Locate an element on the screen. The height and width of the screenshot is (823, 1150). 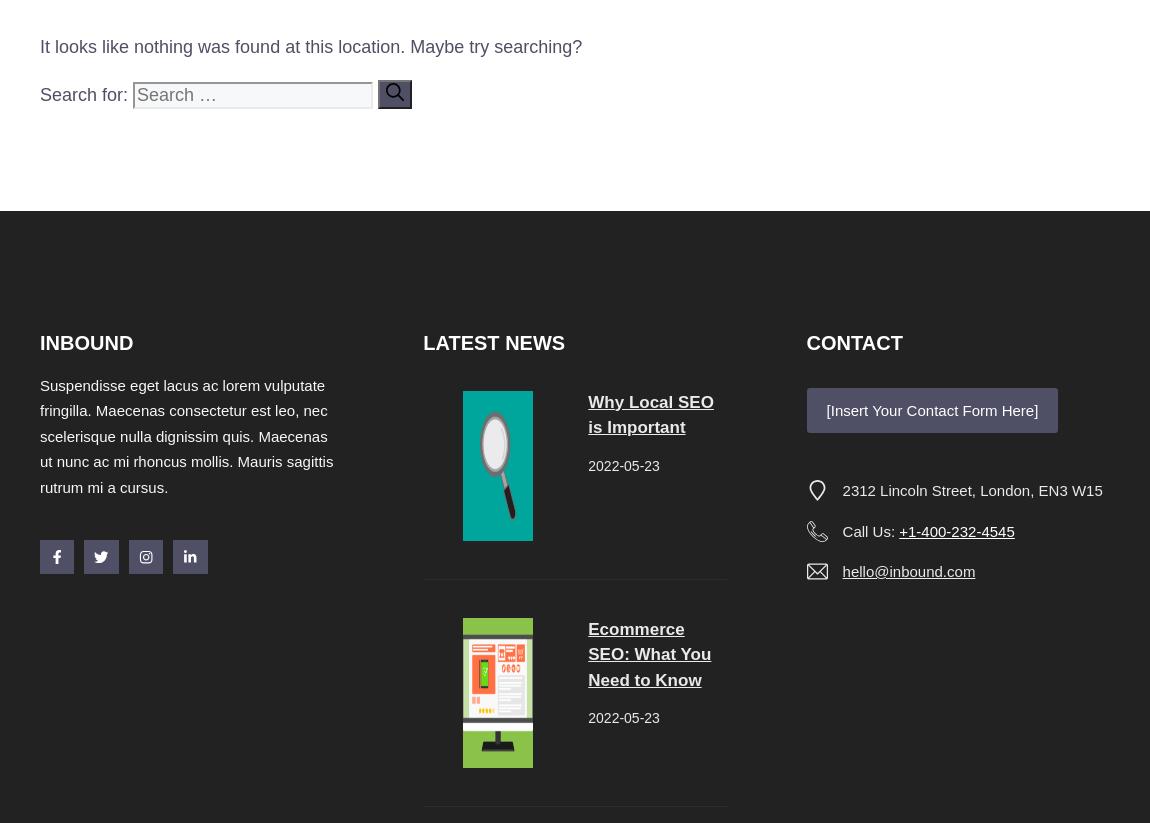
'Call Us:' is located at coordinates (870, 529).